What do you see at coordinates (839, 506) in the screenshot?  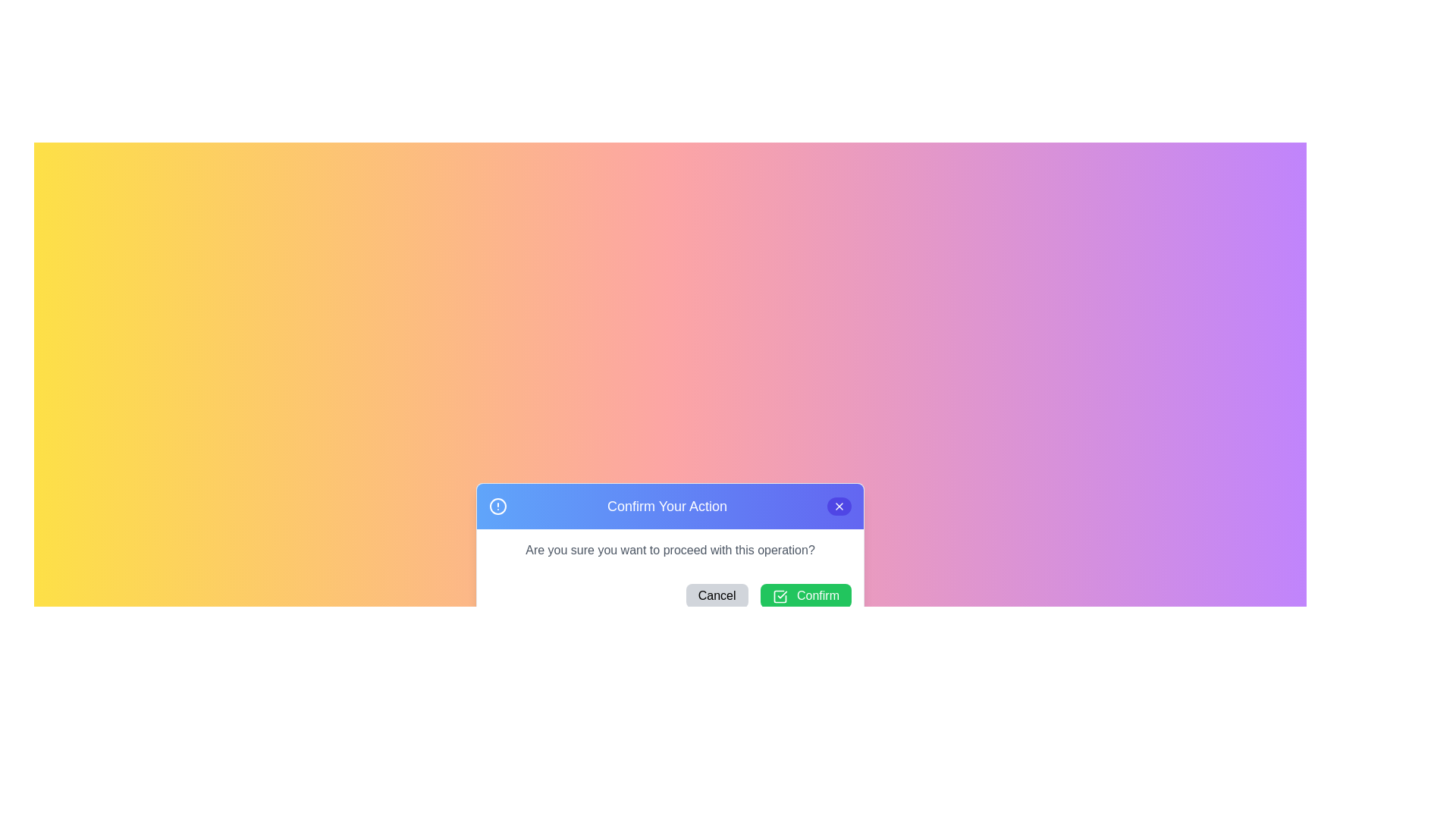 I see `the close button represented by an 'X' shaped SVG graphic located at the top-right corner of the modal window` at bounding box center [839, 506].